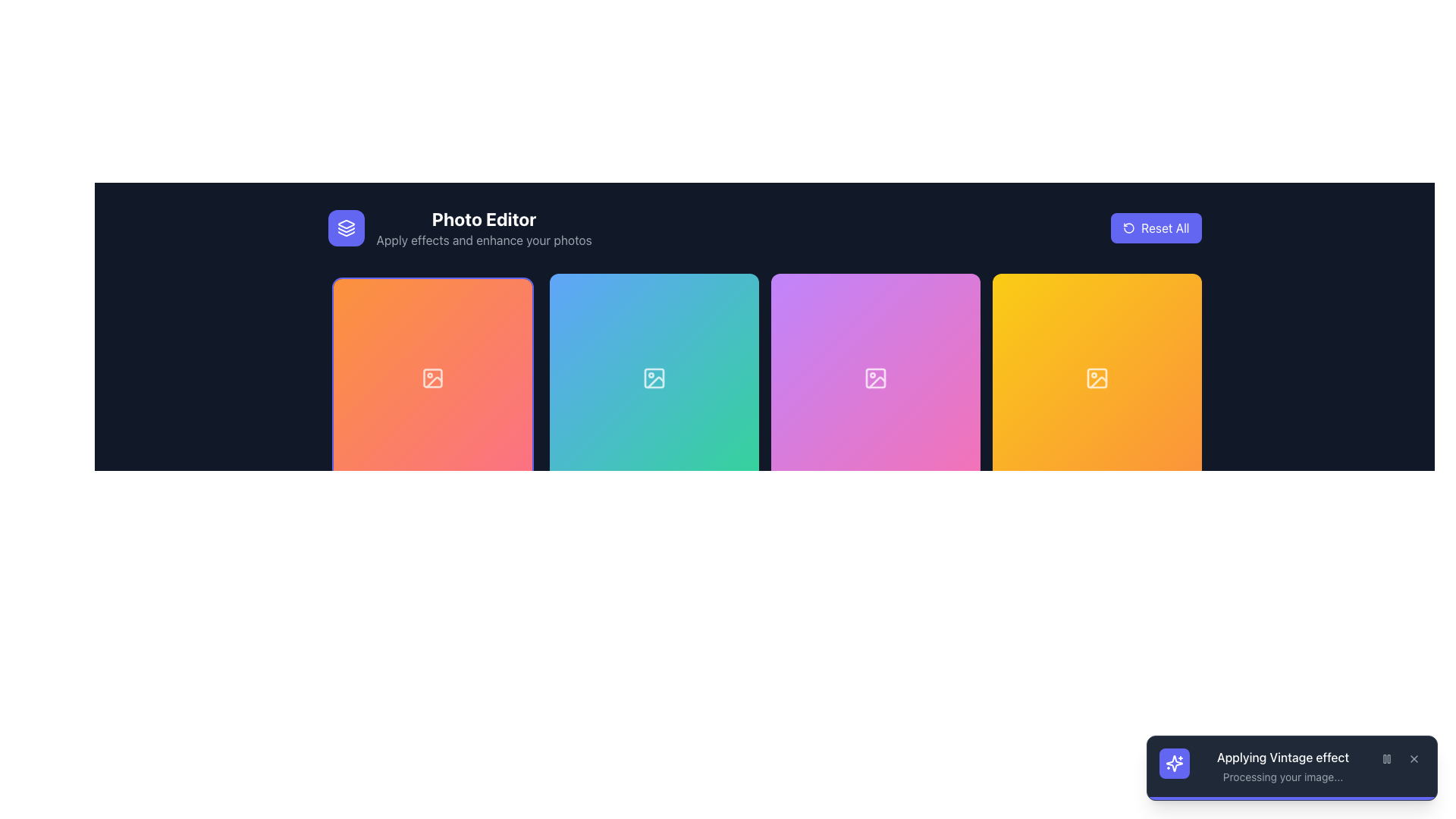 The image size is (1456, 819). What do you see at coordinates (1174, 763) in the screenshot?
I see `the star-like icon with sparkles, styled in white and rendered within a circular design, located within a blue rounded rectangle at the bottom right corner of the interface` at bounding box center [1174, 763].